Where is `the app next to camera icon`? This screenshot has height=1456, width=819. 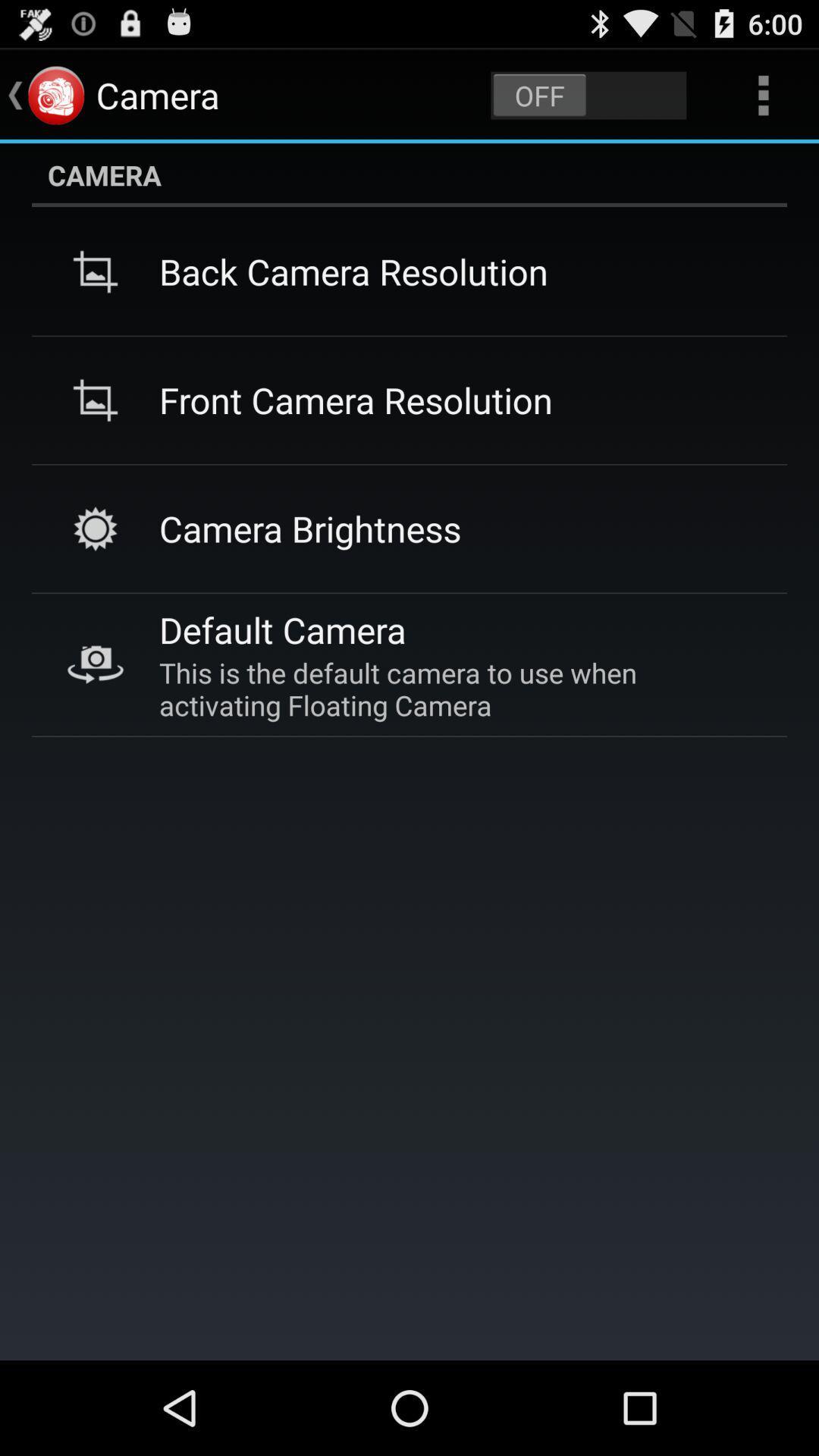 the app next to camera icon is located at coordinates (588, 94).